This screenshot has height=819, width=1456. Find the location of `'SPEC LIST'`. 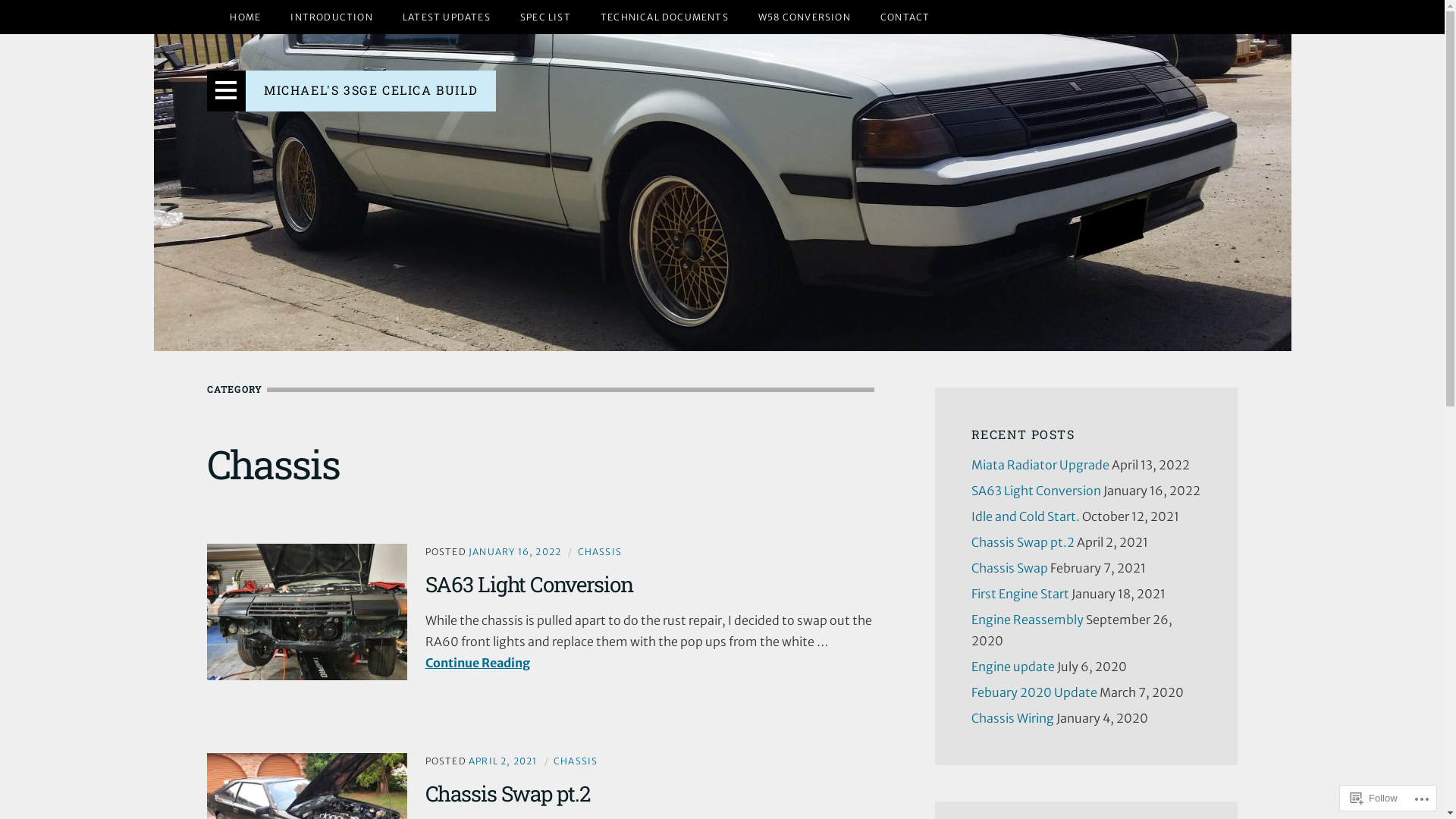

'SPEC LIST' is located at coordinates (545, 17).